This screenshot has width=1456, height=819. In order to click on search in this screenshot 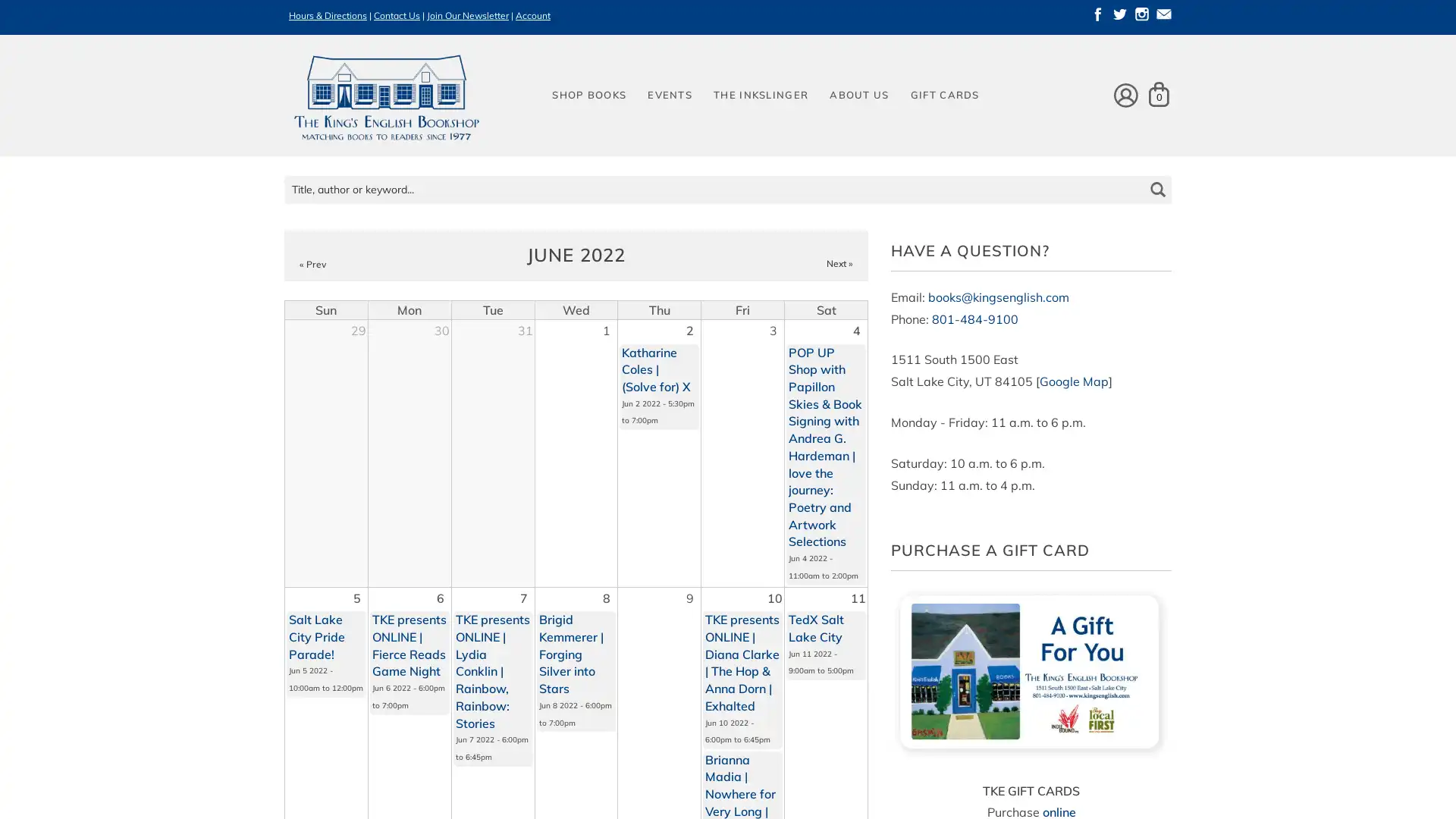, I will do `click(1156, 177)`.